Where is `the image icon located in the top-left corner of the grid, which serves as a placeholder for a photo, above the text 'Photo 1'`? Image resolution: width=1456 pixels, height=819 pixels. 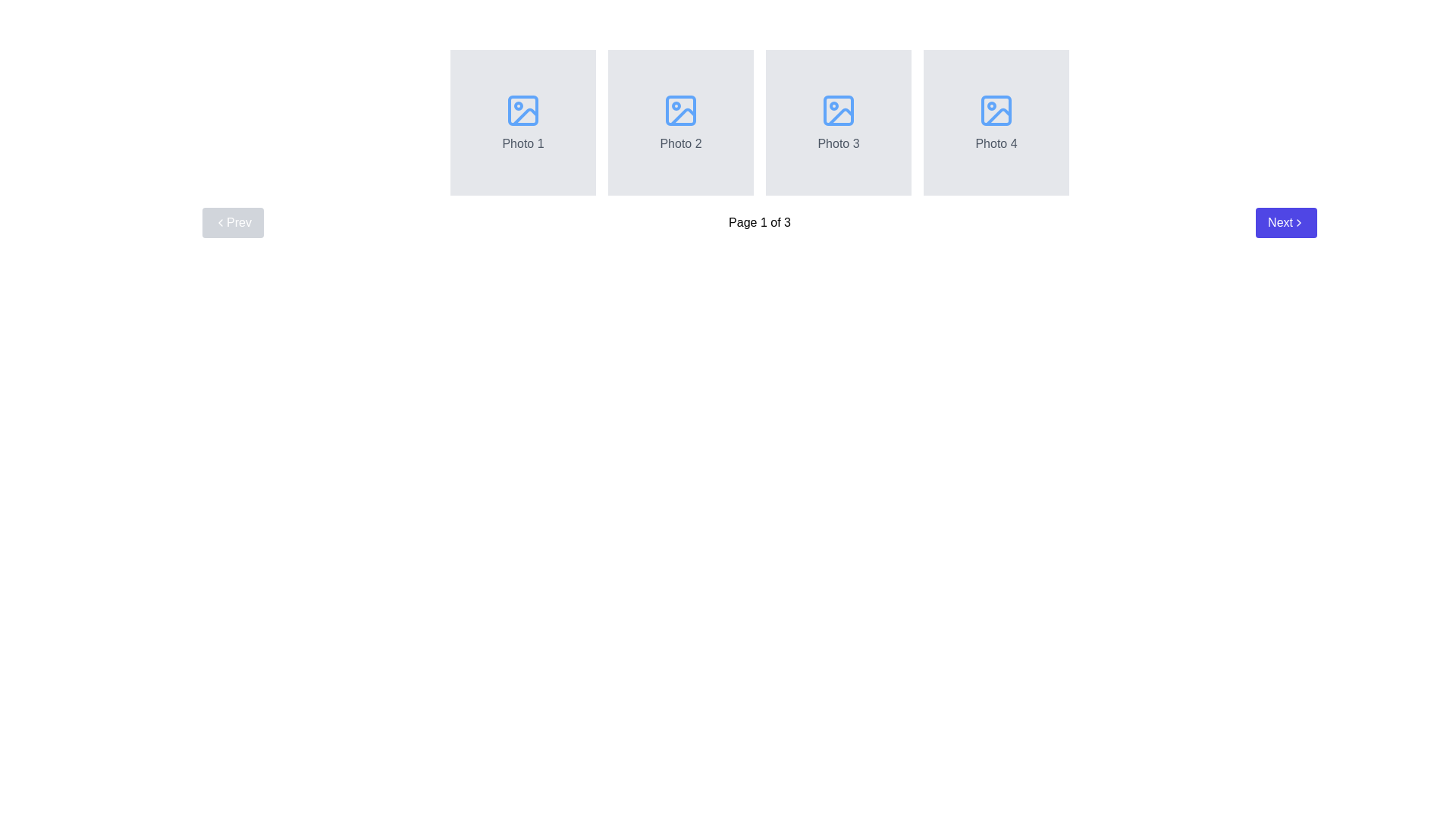 the image icon located in the top-left corner of the grid, which serves as a placeholder for a photo, above the text 'Photo 1' is located at coordinates (523, 110).